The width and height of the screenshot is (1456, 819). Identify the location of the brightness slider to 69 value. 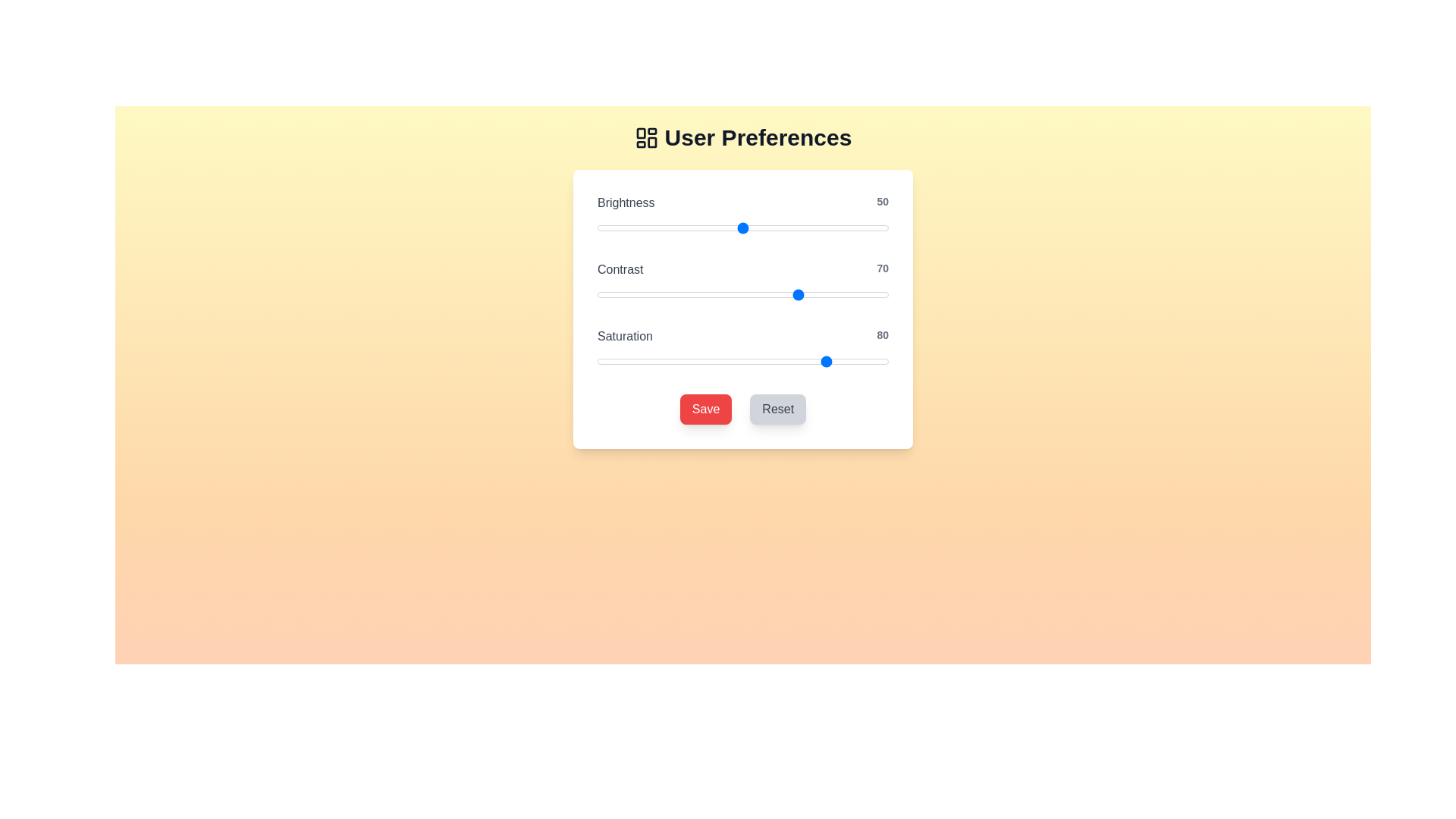
(797, 227).